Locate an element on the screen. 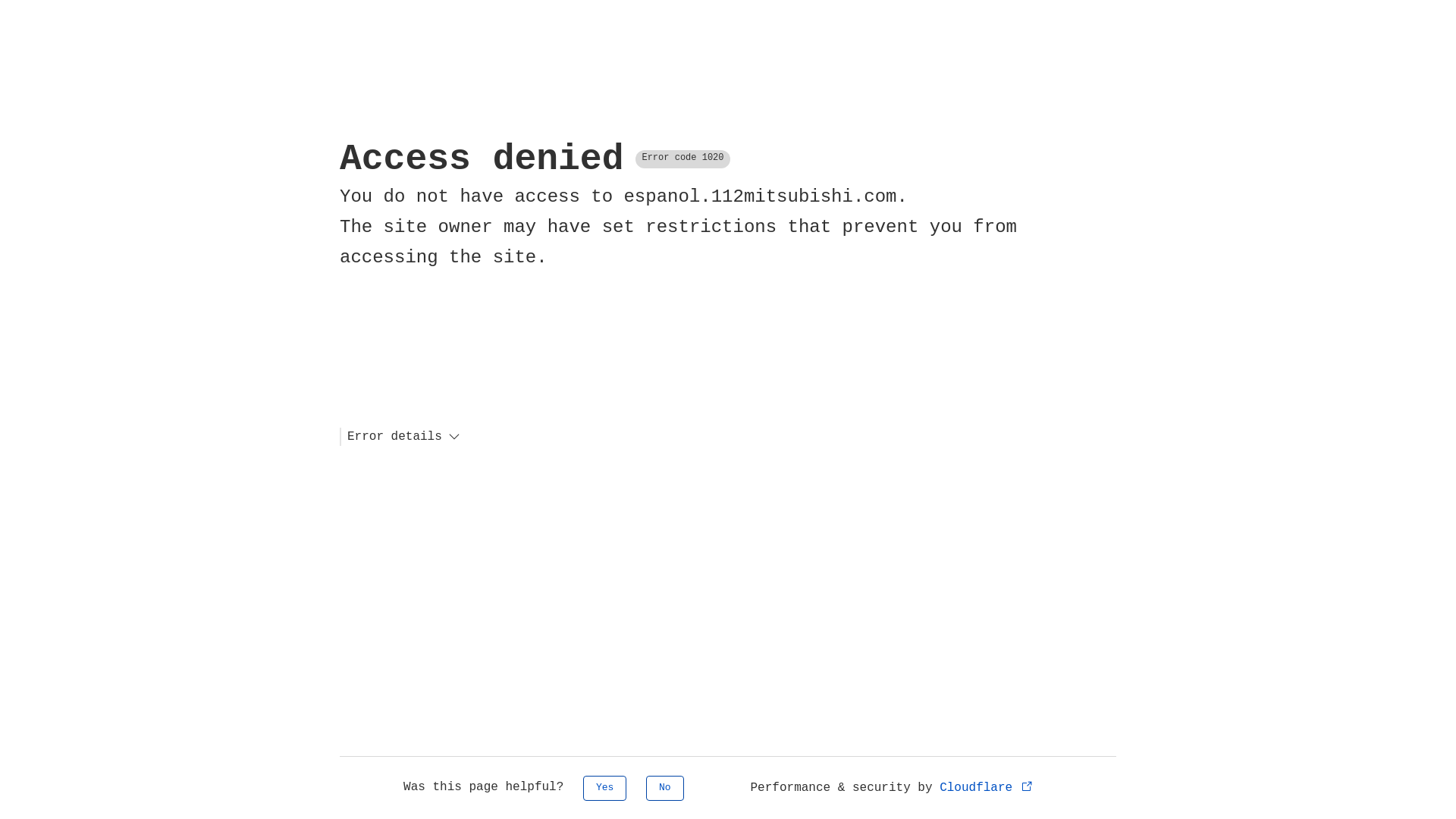 This screenshot has width=1456, height=819. 'Cloudflare' is located at coordinates (987, 786).